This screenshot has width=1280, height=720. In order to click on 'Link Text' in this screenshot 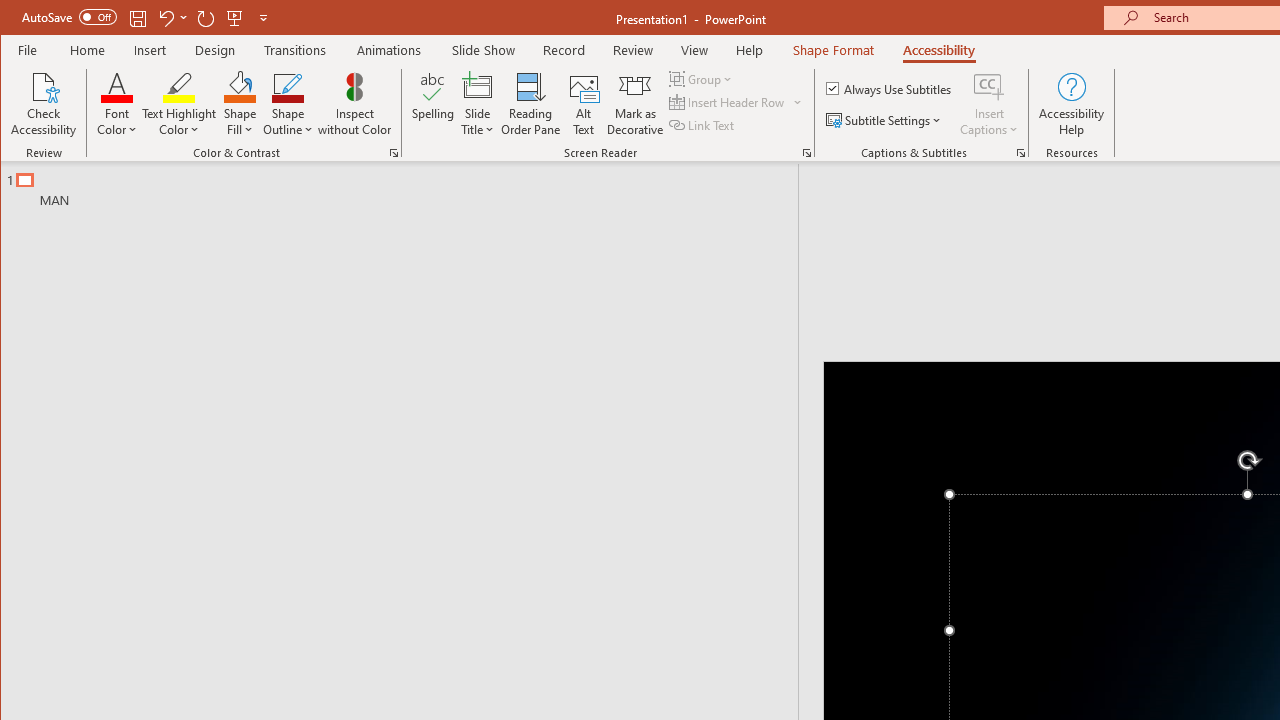, I will do `click(703, 125)`.